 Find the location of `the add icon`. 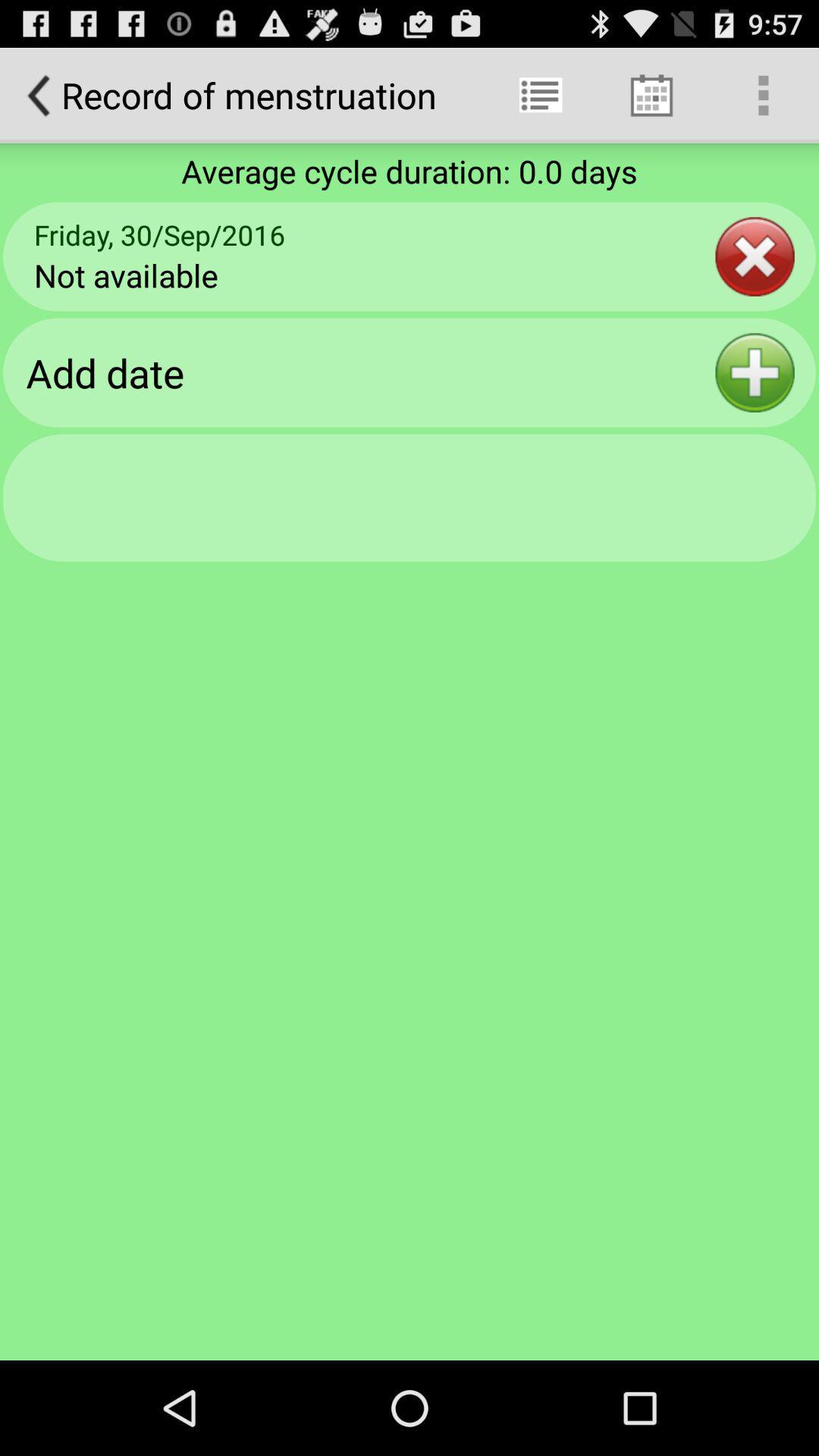

the add icon is located at coordinates (755, 399).